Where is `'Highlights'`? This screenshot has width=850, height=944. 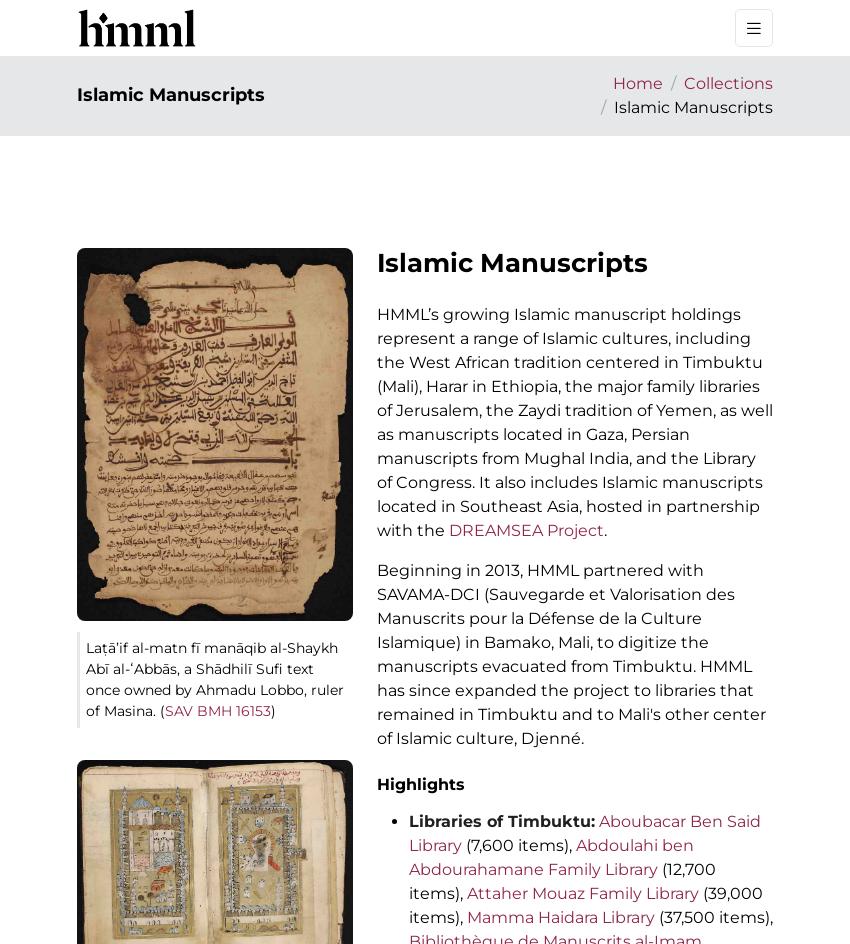 'Highlights' is located at coordinates (375, 783).